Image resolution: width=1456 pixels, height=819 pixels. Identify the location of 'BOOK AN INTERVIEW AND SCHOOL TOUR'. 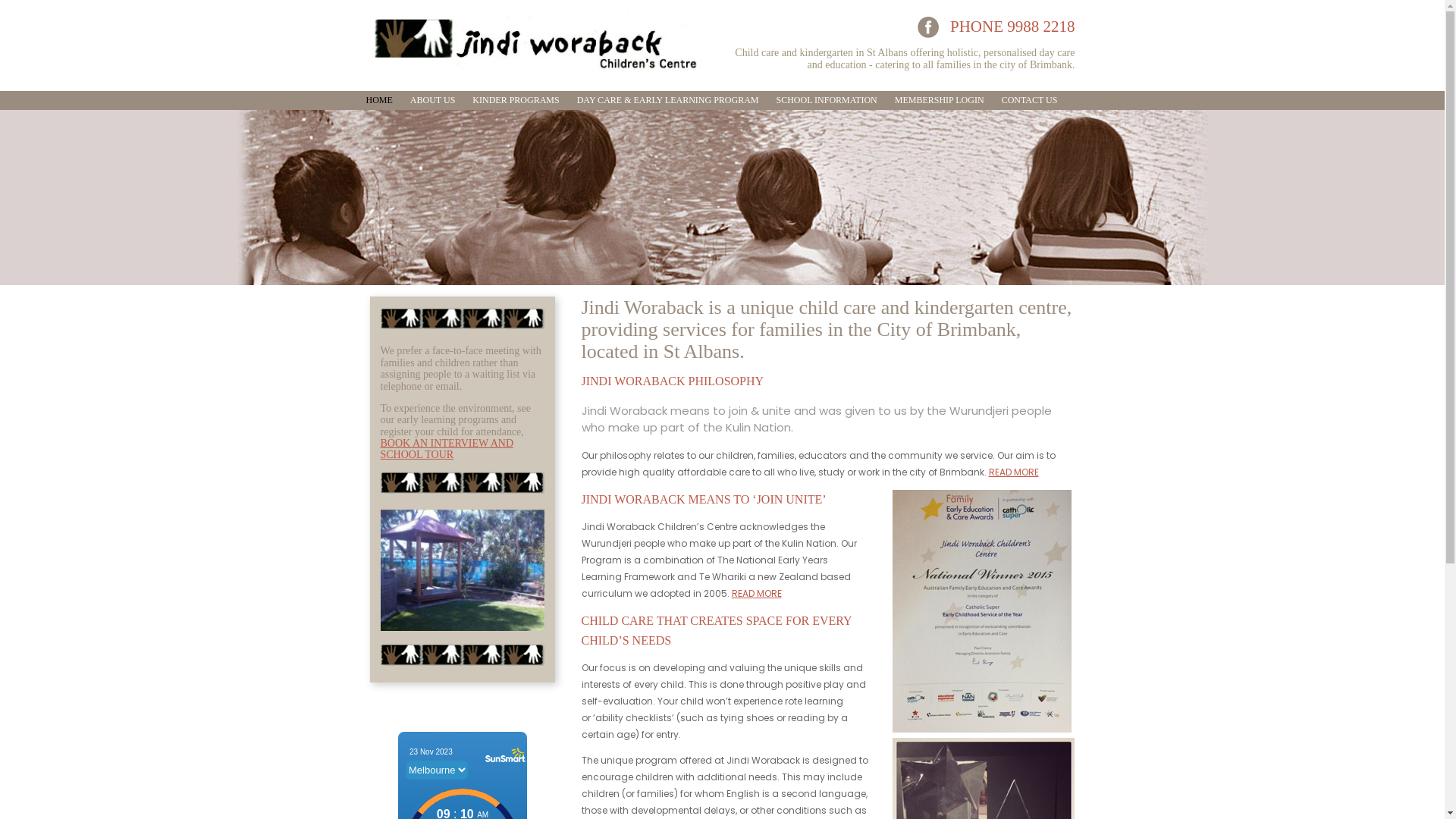
(381, 447).